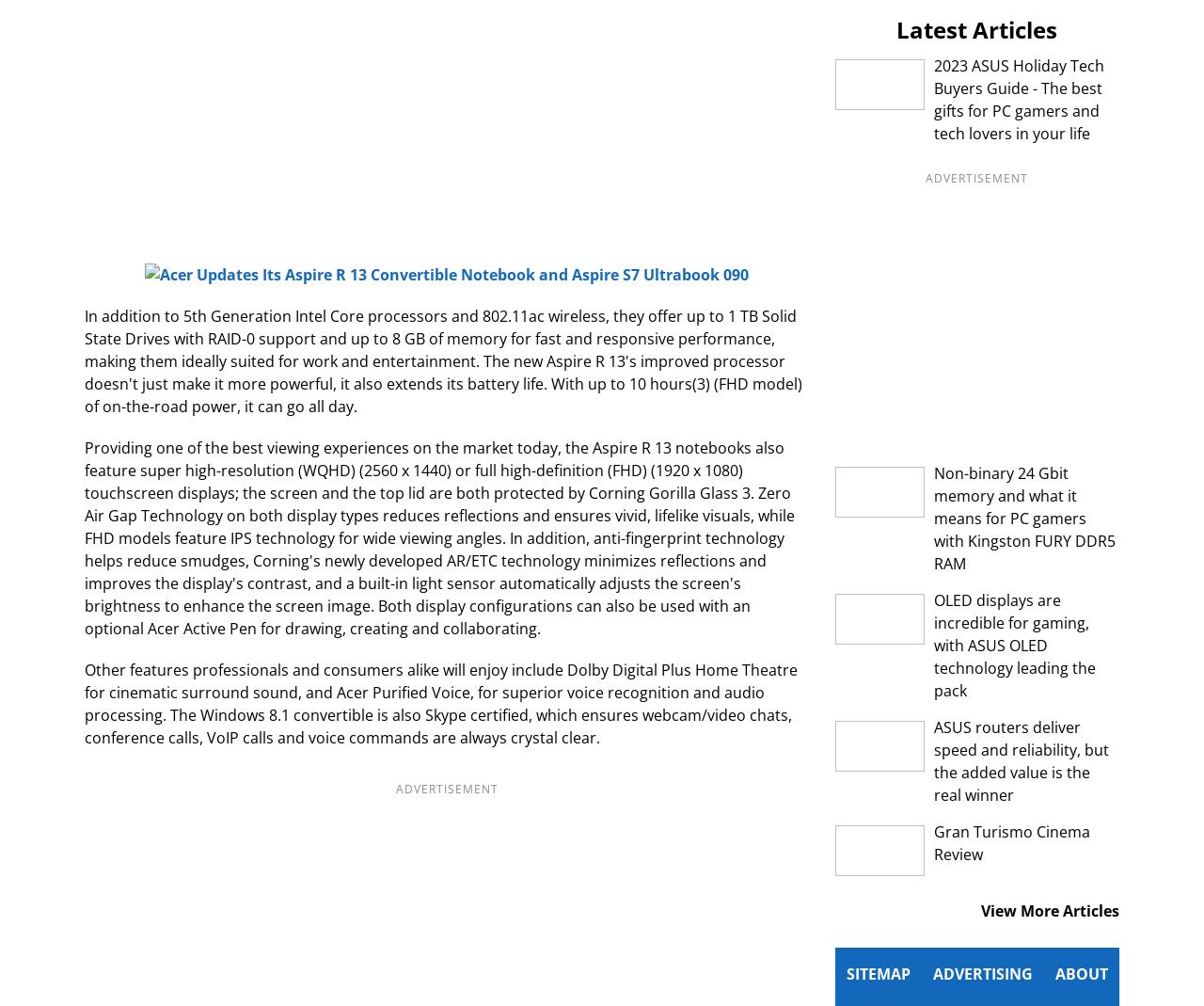 The height and width of the screenshot is (1006, 1204). I want to click on 'View More Articles', so click(1049, 910).